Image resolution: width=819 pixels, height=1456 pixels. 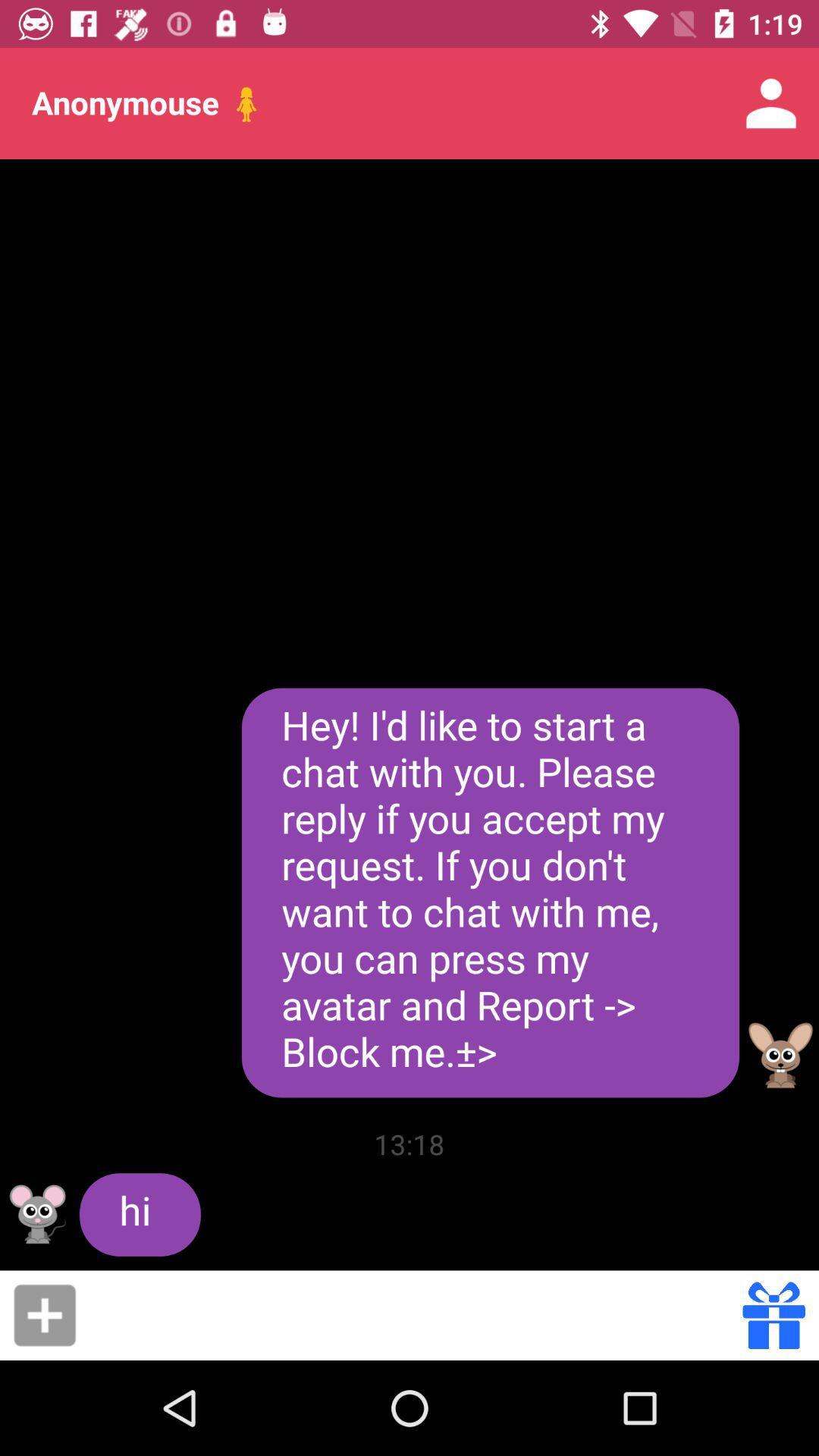 What do you see at coordinates (414, 1314) in the screenshot?
I see `icon below the hi  item` at bounding box center [414, 1314].